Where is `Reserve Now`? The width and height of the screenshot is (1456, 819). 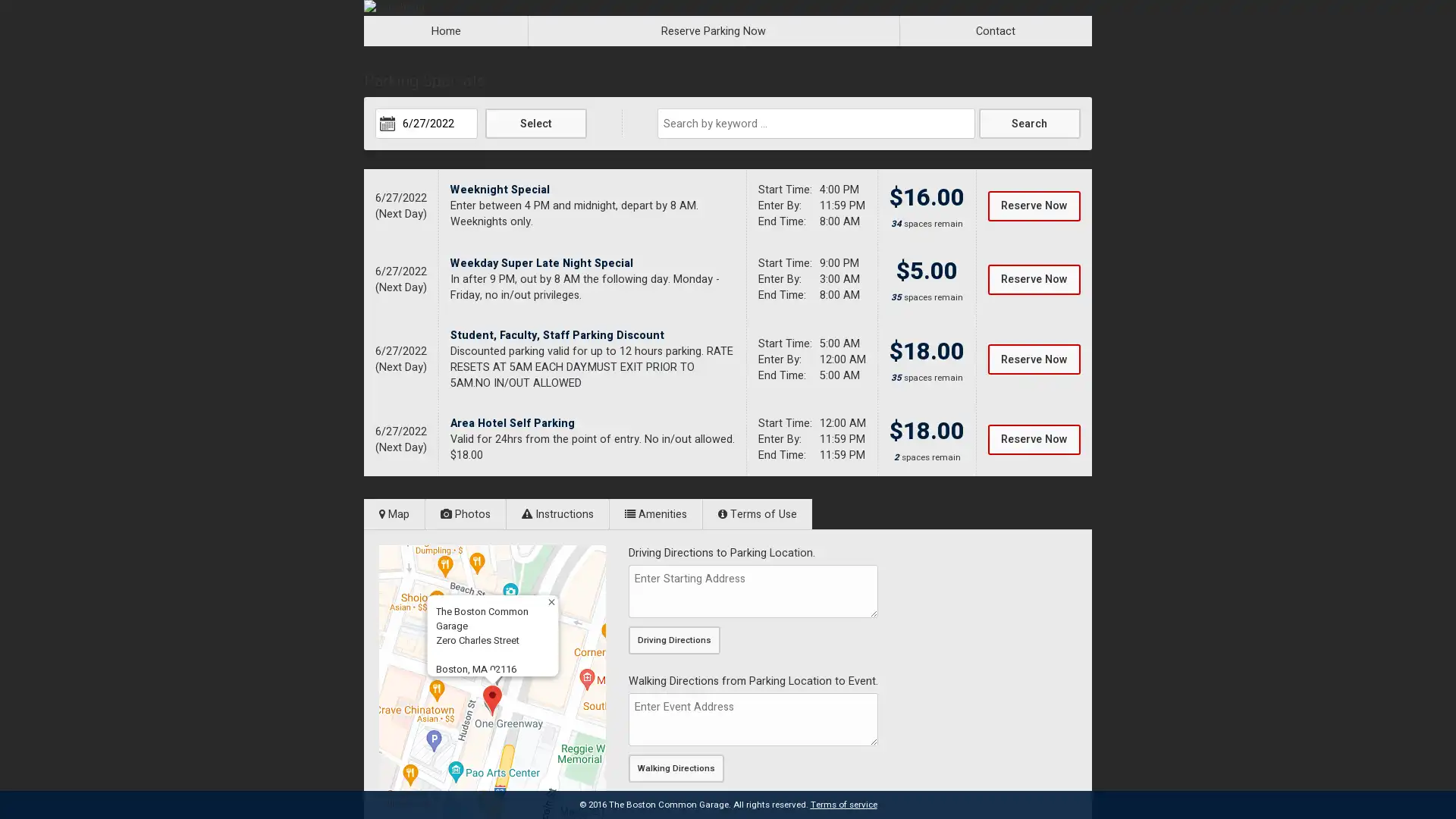
Reserve Now is located at coordinates (1033, 205).